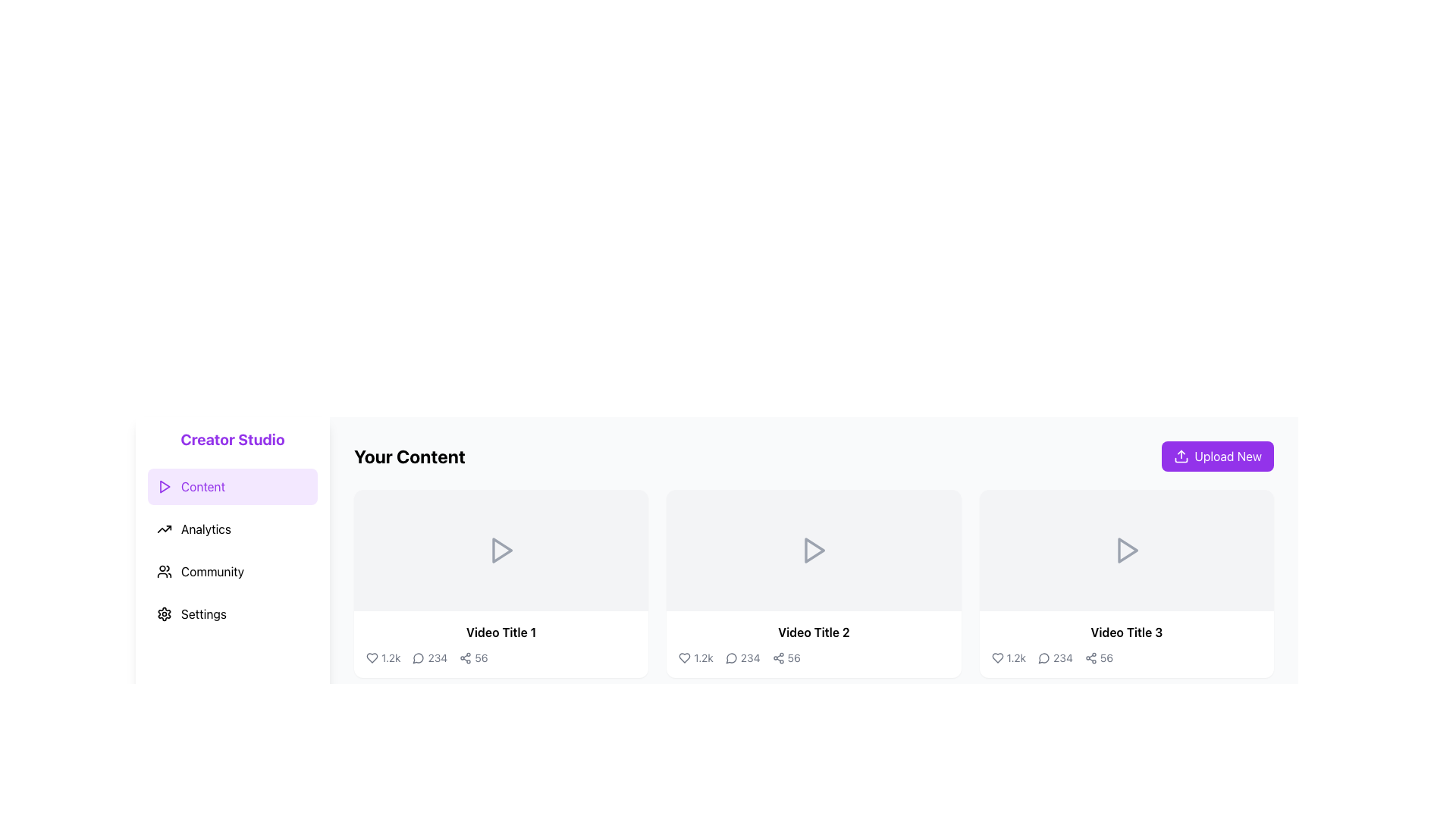 Image resolution: width=1456 pixels, height=819 pixels. Describe the element at coordinates (465, 657) in the screenshot. I see `the Share Icon located to the left of the numerical label '56' beneath 'Video Title 1' to initiate the share action` at that location.